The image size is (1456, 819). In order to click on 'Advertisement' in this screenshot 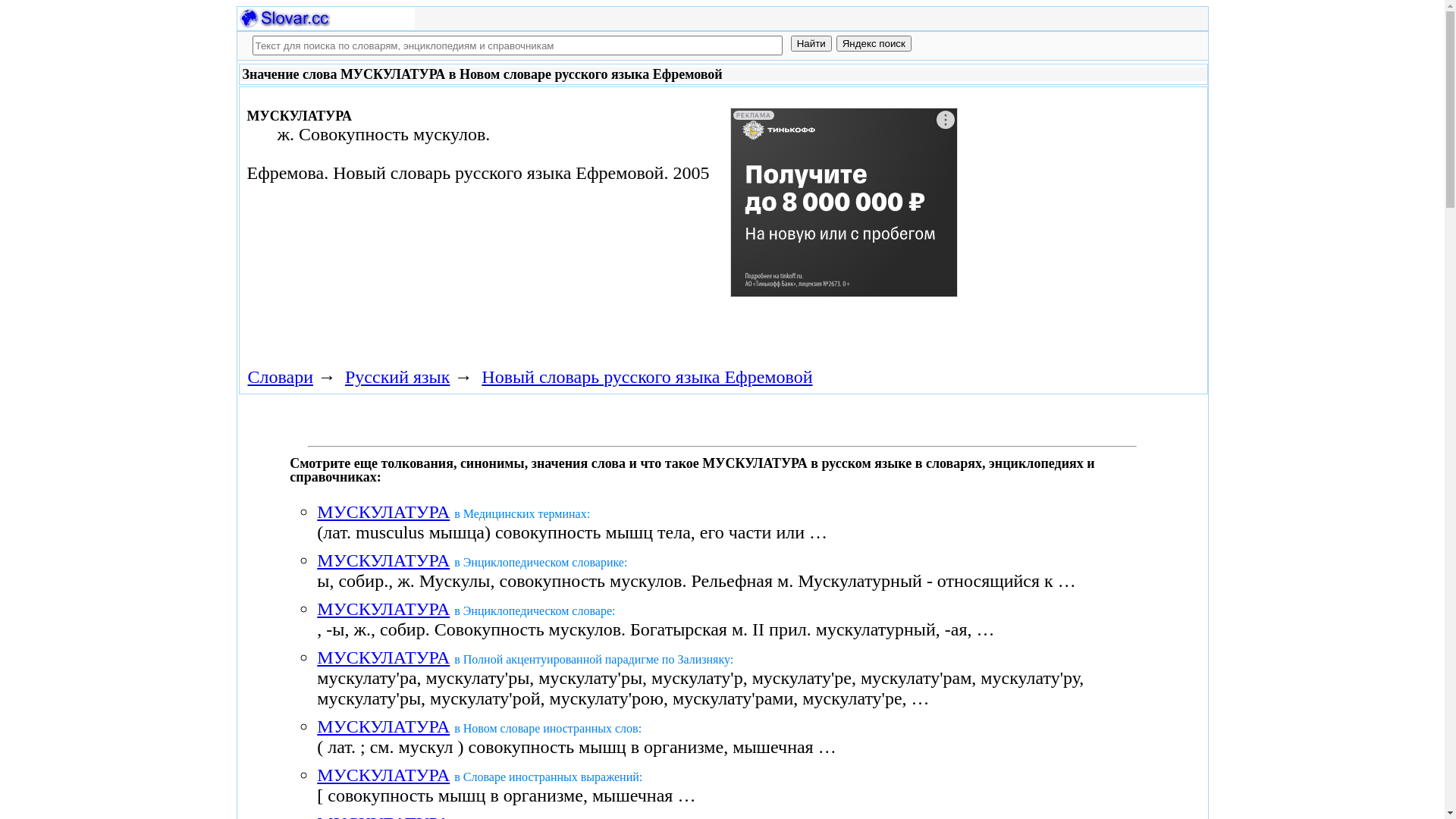, I will do `click(843, 213)`.